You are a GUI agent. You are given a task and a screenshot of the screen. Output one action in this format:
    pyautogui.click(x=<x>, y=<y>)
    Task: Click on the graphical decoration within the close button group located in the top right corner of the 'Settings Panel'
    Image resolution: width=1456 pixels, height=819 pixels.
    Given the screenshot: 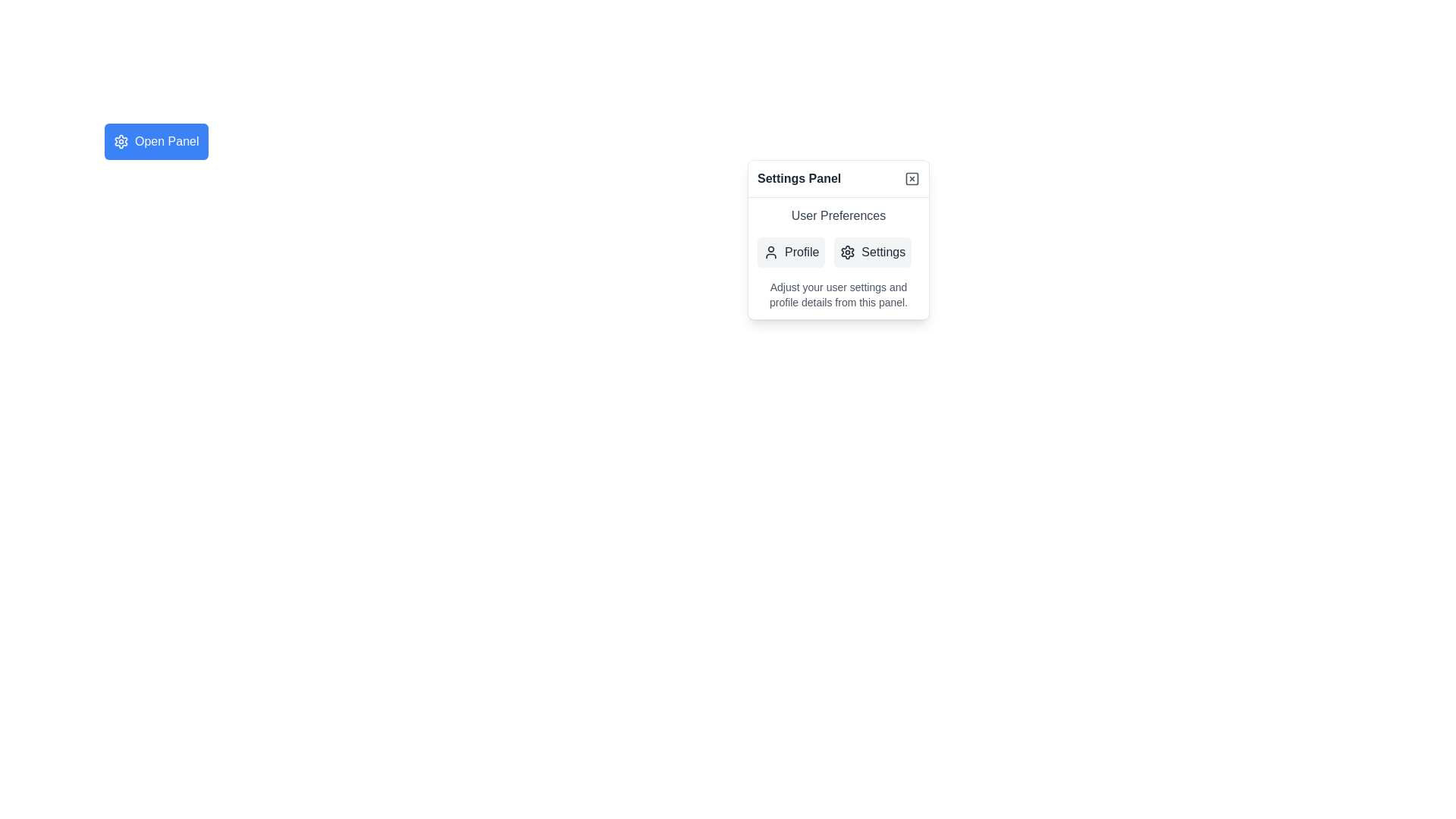 What is the action you would take?
    pyautogui.click(x=912, y=177)
    